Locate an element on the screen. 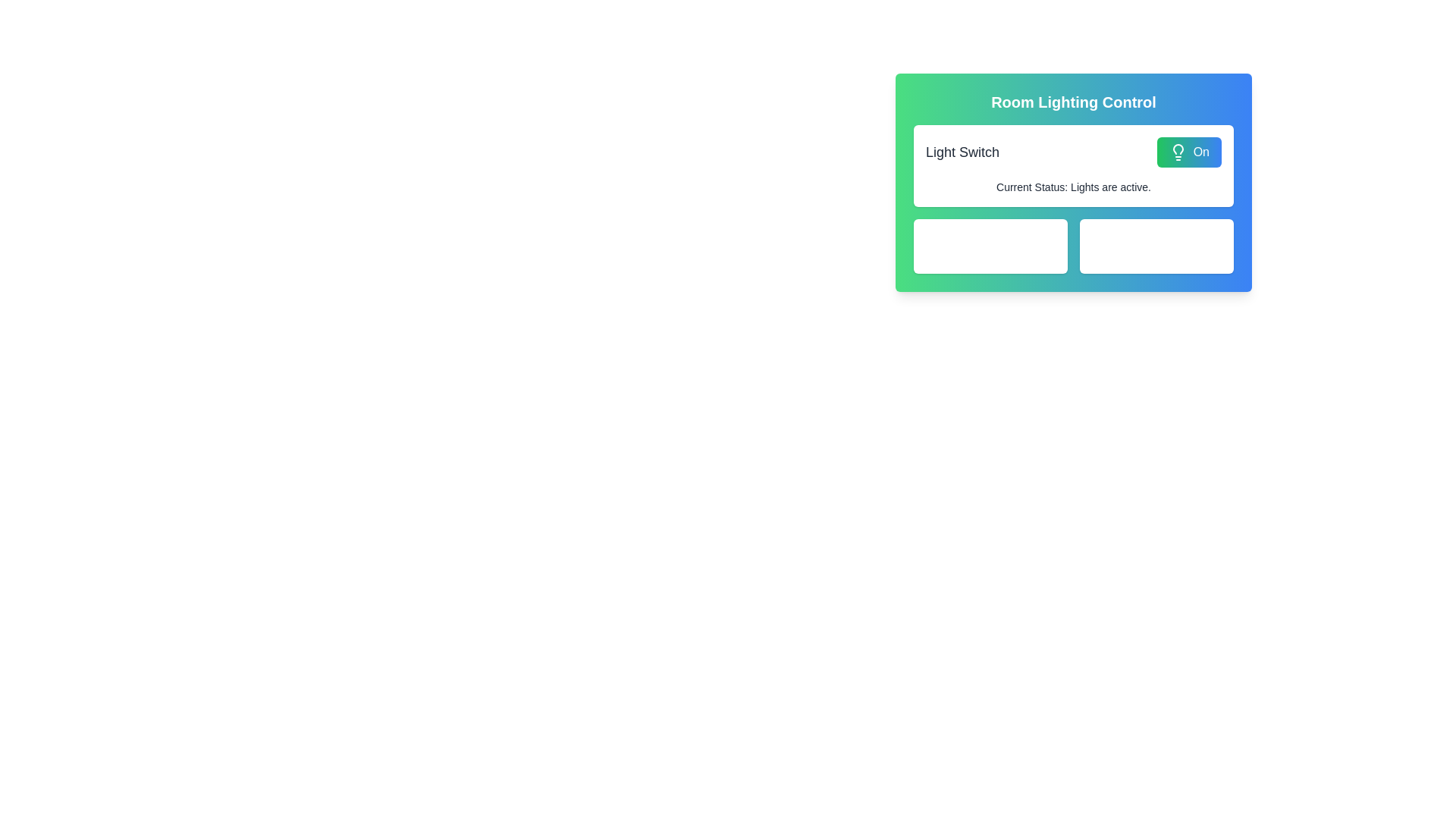  contents displayed in the Informative Display Group for the Living Room and Bedroom lighting conditions, which is located within the 'Room Lighting Control' section below the 'Light Switch' status is located at coordinates (1073, 245).